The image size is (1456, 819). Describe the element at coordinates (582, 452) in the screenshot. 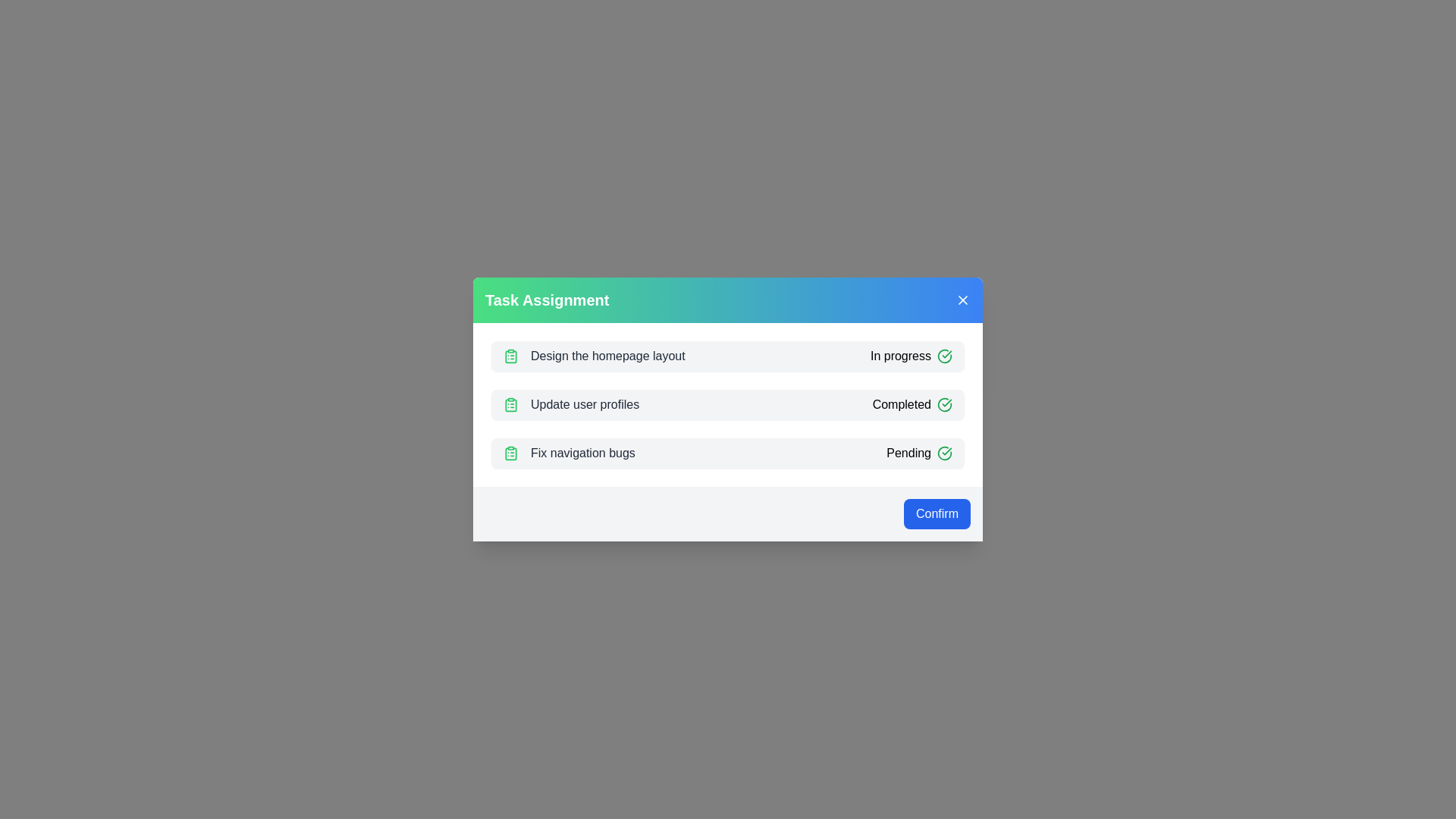

I see `the static text label that displays the name or title of a task, positioned as the third item in the vertical task list, below 'Update user profiles' and above the 'Confirm' button` at that location.